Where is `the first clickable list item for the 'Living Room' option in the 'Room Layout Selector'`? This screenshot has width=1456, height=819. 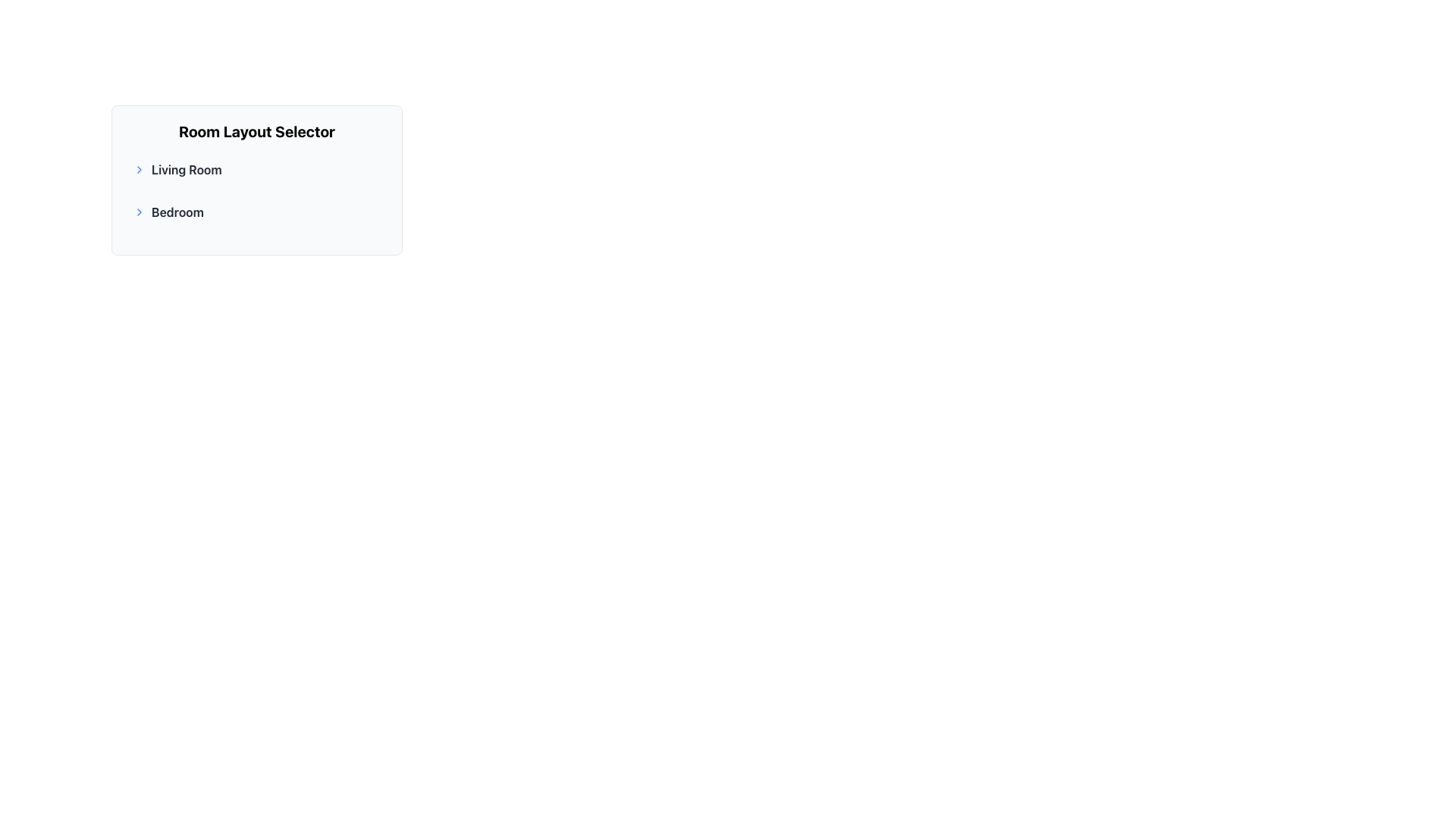
the first clickable list item for the 'Living Room' option in the 'Room Layout Selector' is located at coordinates (257, 169).